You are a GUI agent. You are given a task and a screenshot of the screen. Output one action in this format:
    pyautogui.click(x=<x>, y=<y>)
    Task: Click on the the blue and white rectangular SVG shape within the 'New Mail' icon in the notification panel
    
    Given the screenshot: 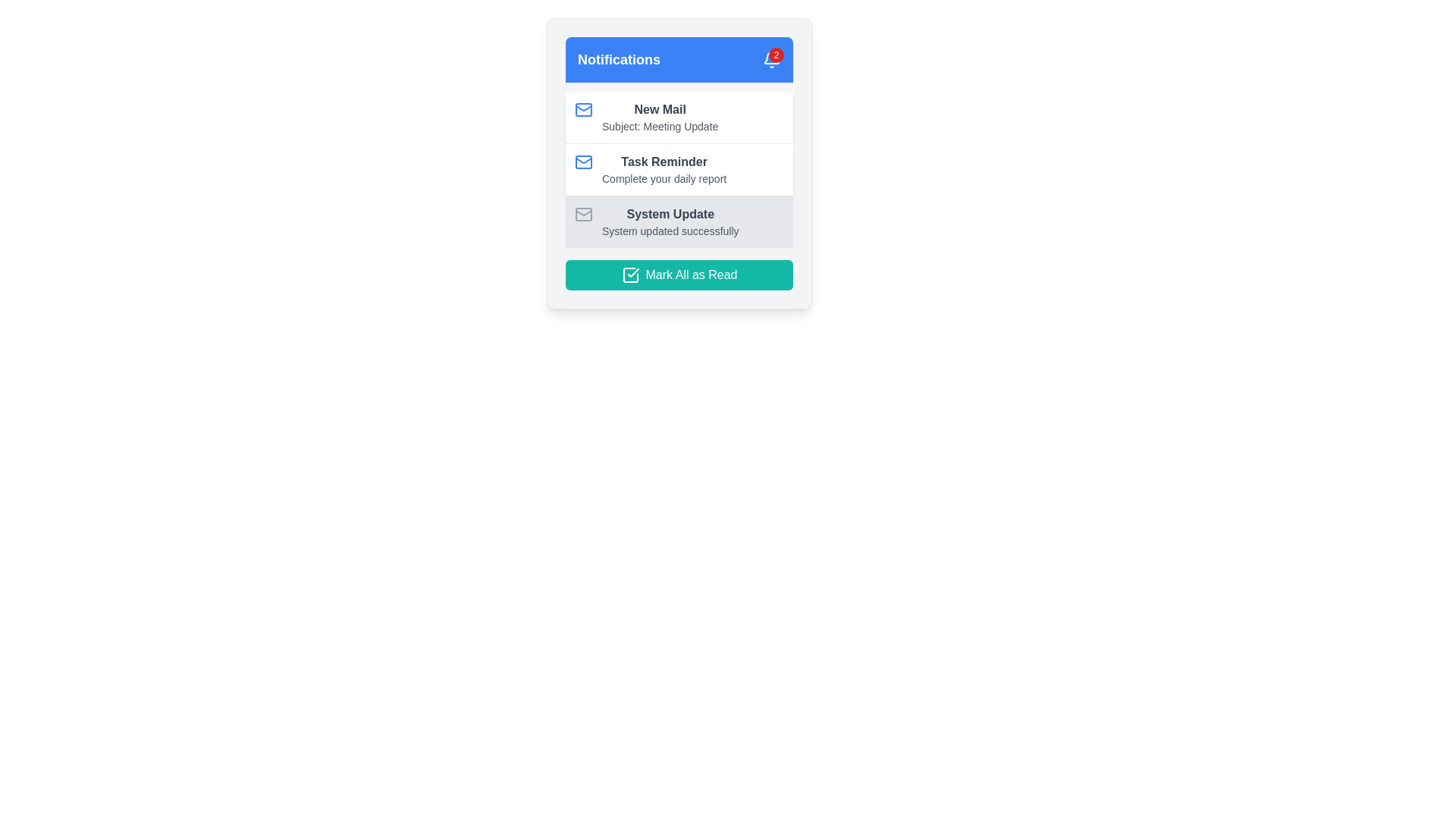 What is the action you would take?
    pyautogui.click(x=582, y=109)
    